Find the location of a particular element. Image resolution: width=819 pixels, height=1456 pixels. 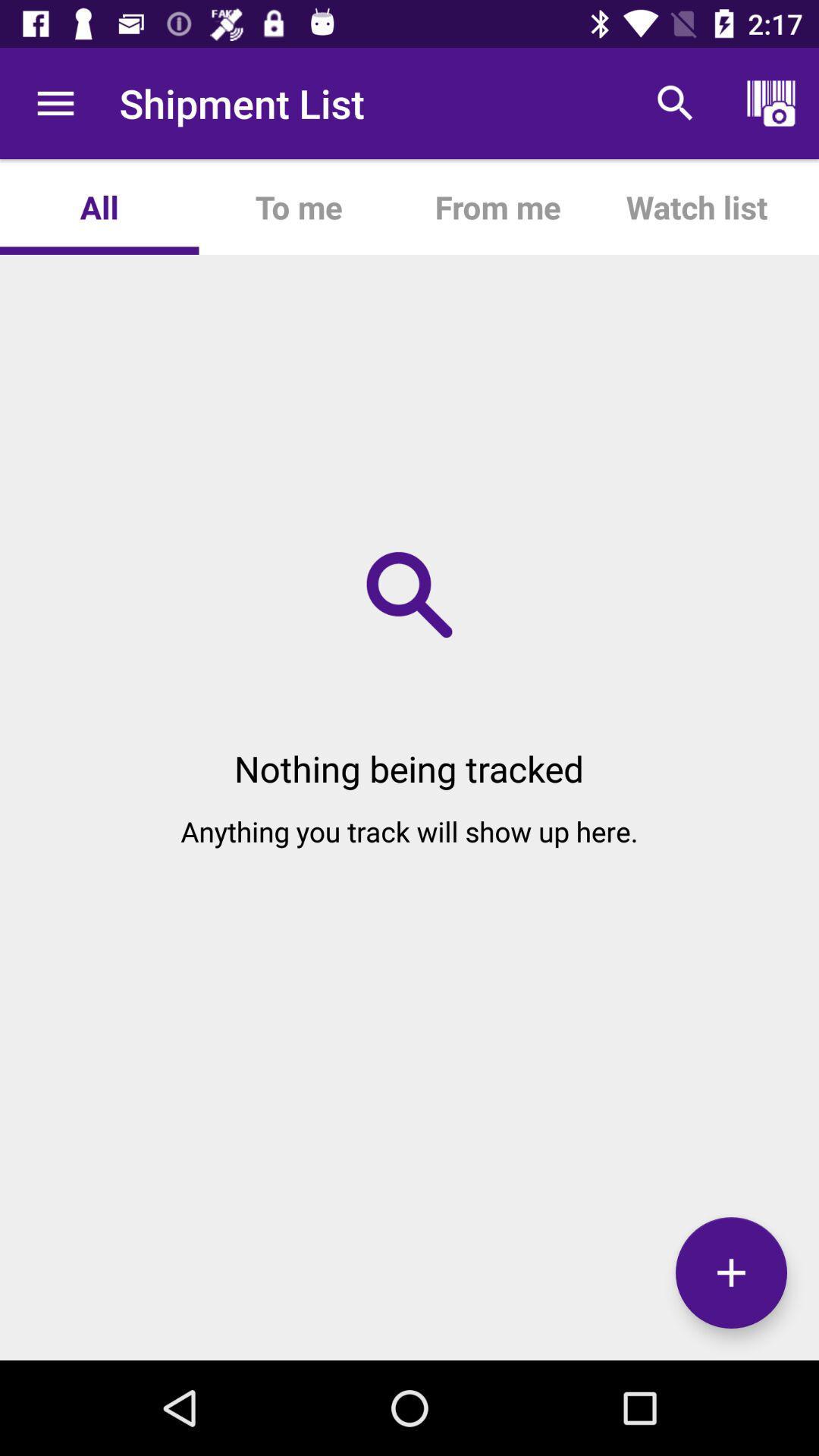

the icon below the shipment list app is located at coordinates (298, 206).